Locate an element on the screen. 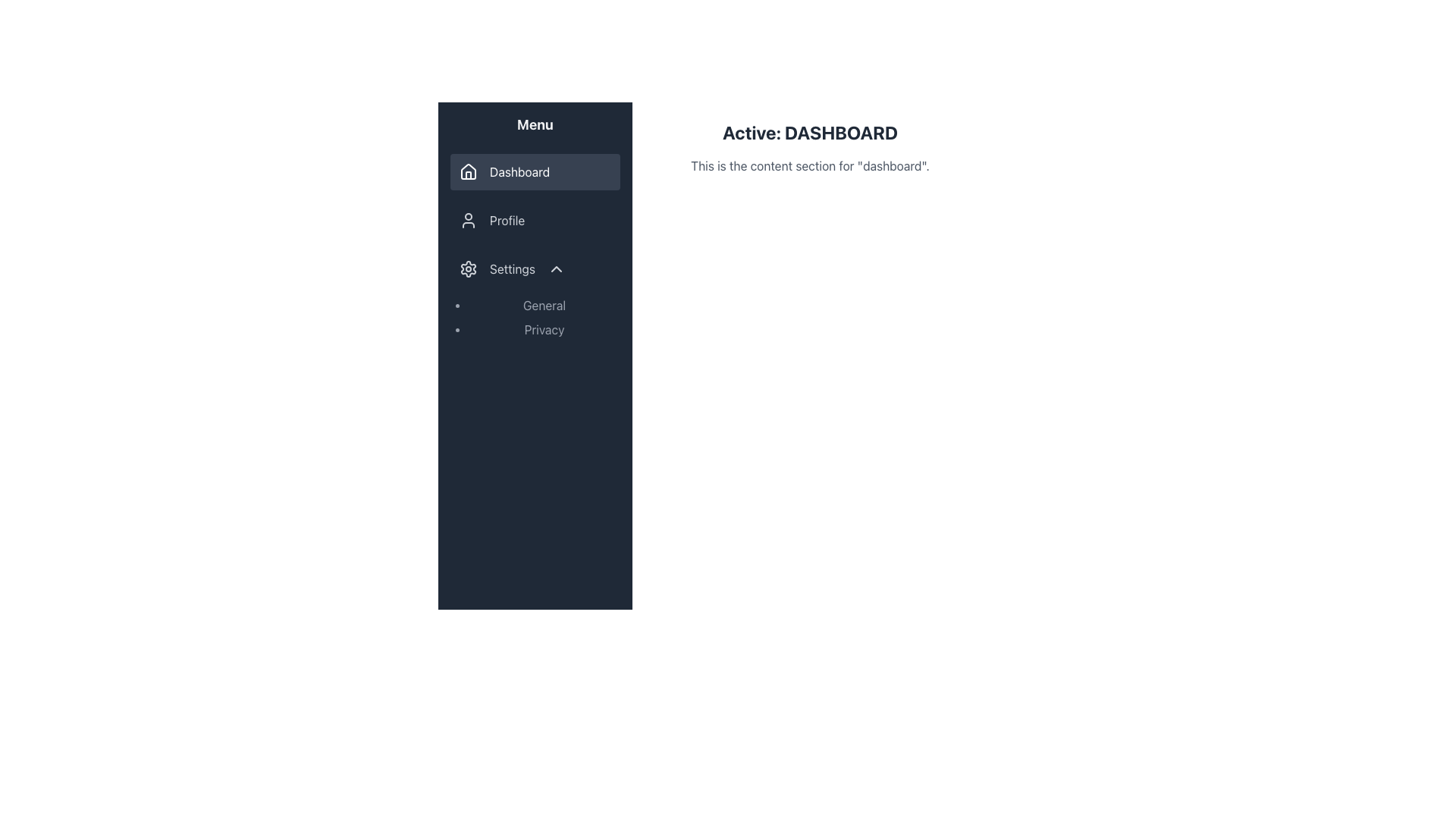 This screenshot has height=819, width=1456. the 'General' section label in the left-side panel of the 'Settings' menu, which is the first item in the vertical list above the 'Privacy' option is located at coordinates (544, 305).